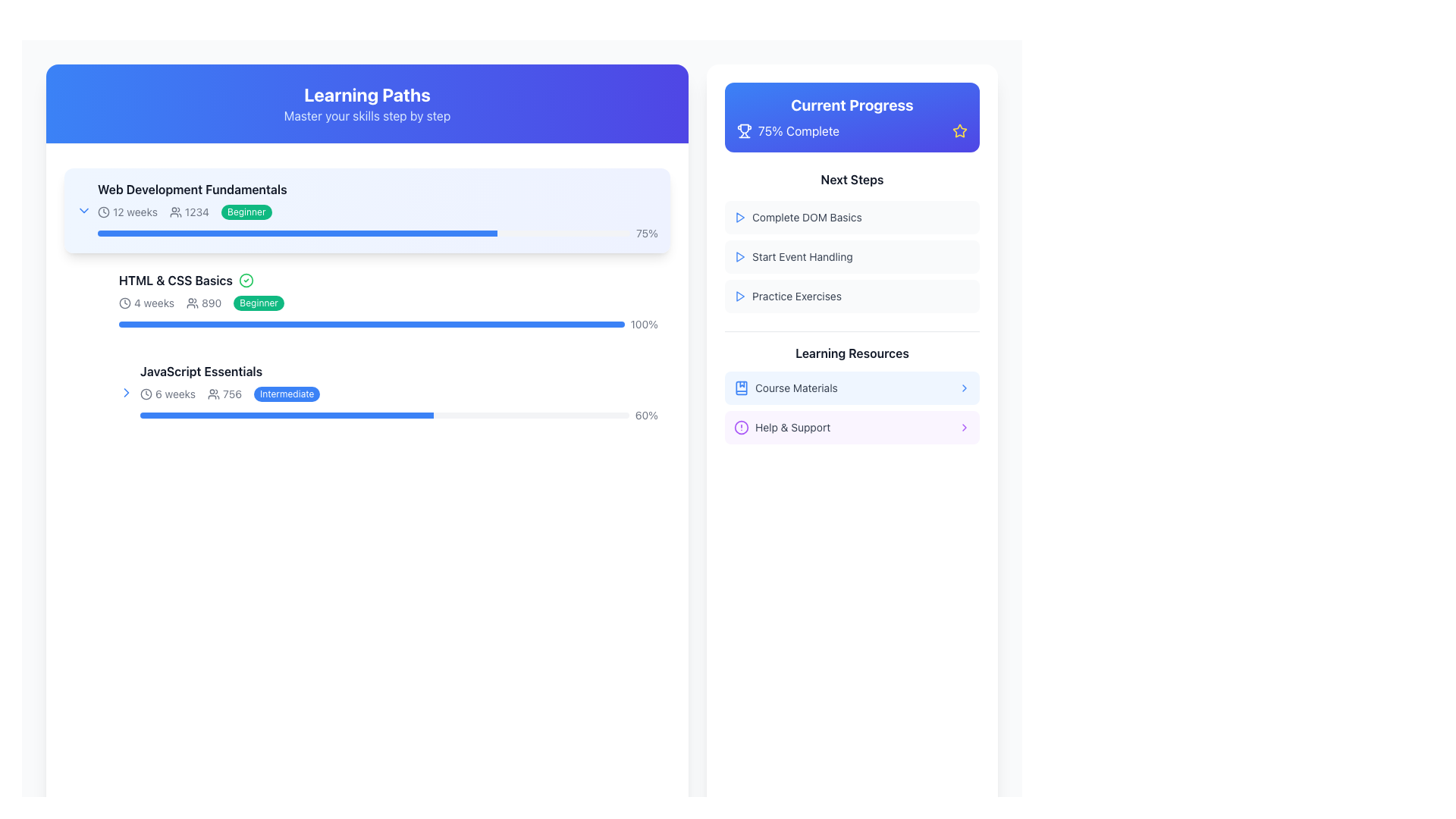 The width and height of the screenshot is (1456, 819). What do you see at coordinates (852, 388) in the screenshot?
I see `the 'Course Materials' navigation button located in the lower portion of the right panel titled 'Current Progress'` at bounding box center [852, 388].